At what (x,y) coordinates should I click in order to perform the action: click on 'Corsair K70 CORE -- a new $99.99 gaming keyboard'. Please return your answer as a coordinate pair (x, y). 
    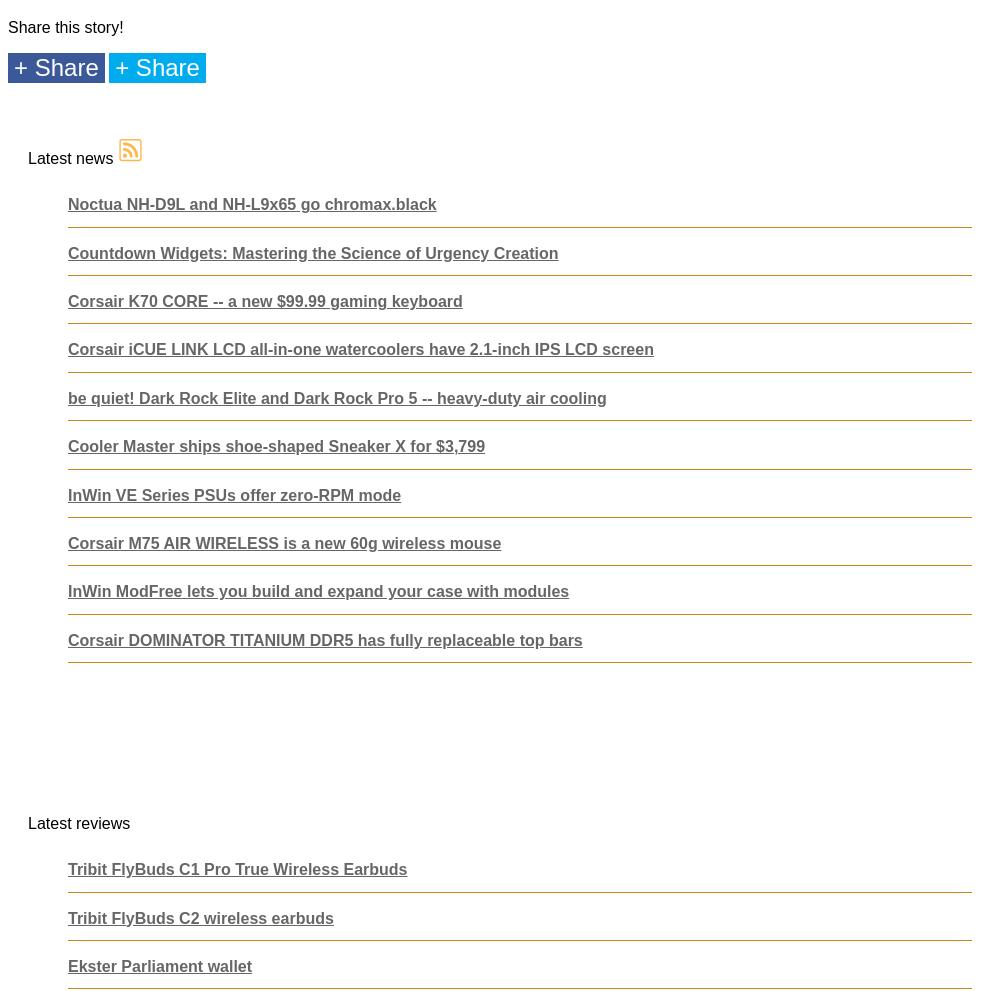
    Looking at the image, I should click on (265, 300).